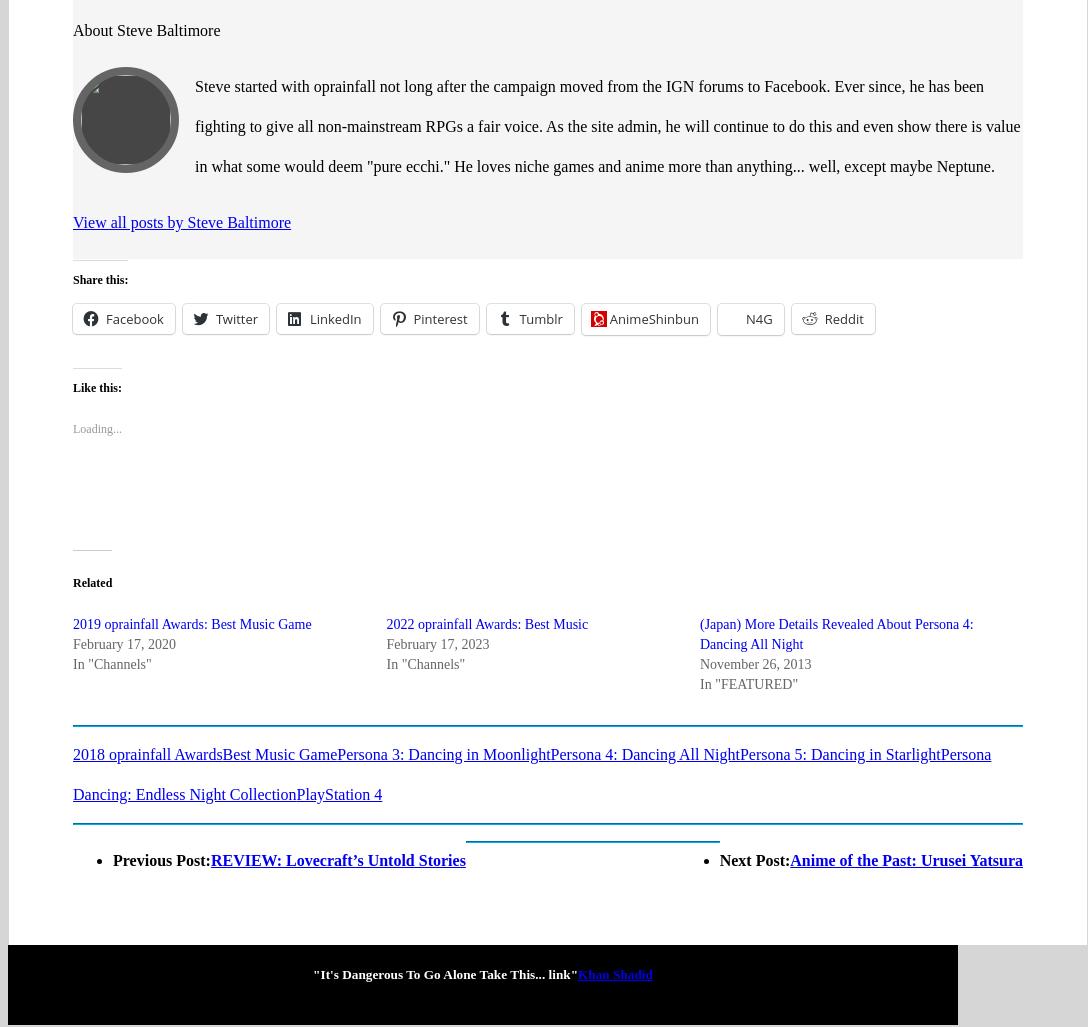 This screenshot has width=1088, height=1027. I want to click on 'AnimeShinbun', so click(653, 241).